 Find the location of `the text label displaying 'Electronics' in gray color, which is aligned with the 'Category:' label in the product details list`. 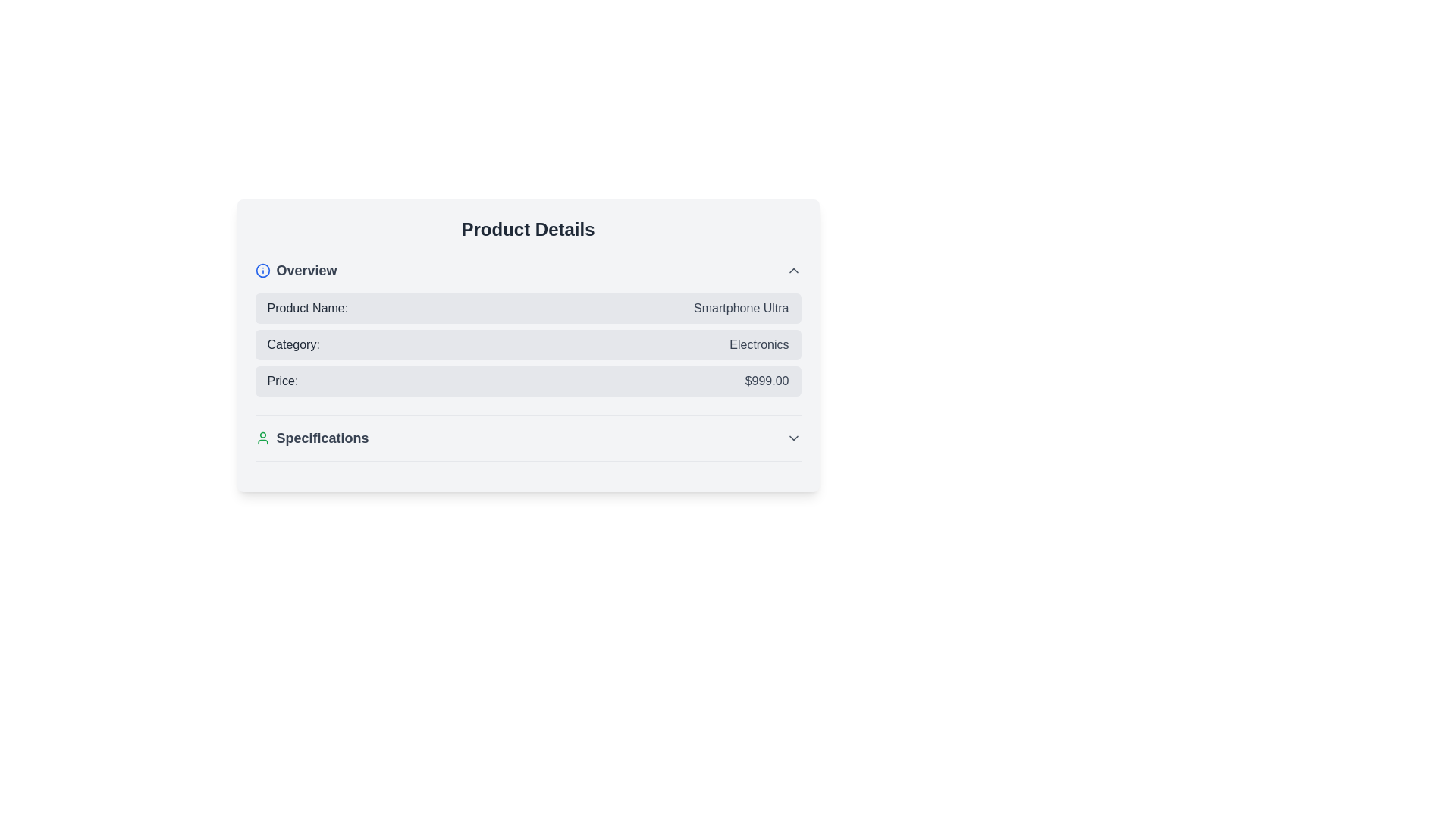

the text label displaying 'Electronics' in gray color, which is aligned with the 'Category:' label in the product details list is located at coordinates (759, 345).